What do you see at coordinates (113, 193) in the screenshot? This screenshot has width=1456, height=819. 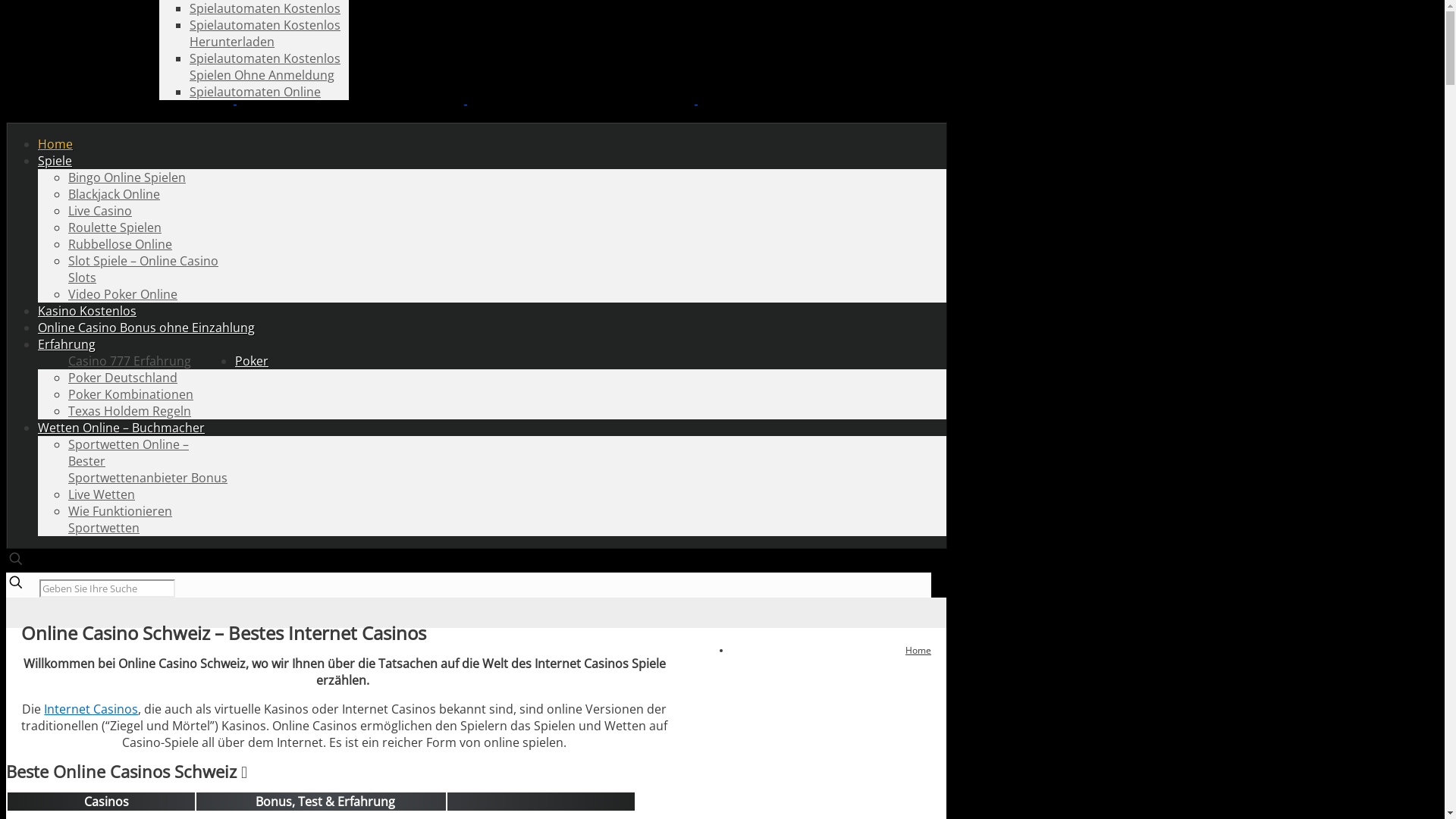 I see `'Blackjack Online'` at bounding box center [113, 193].